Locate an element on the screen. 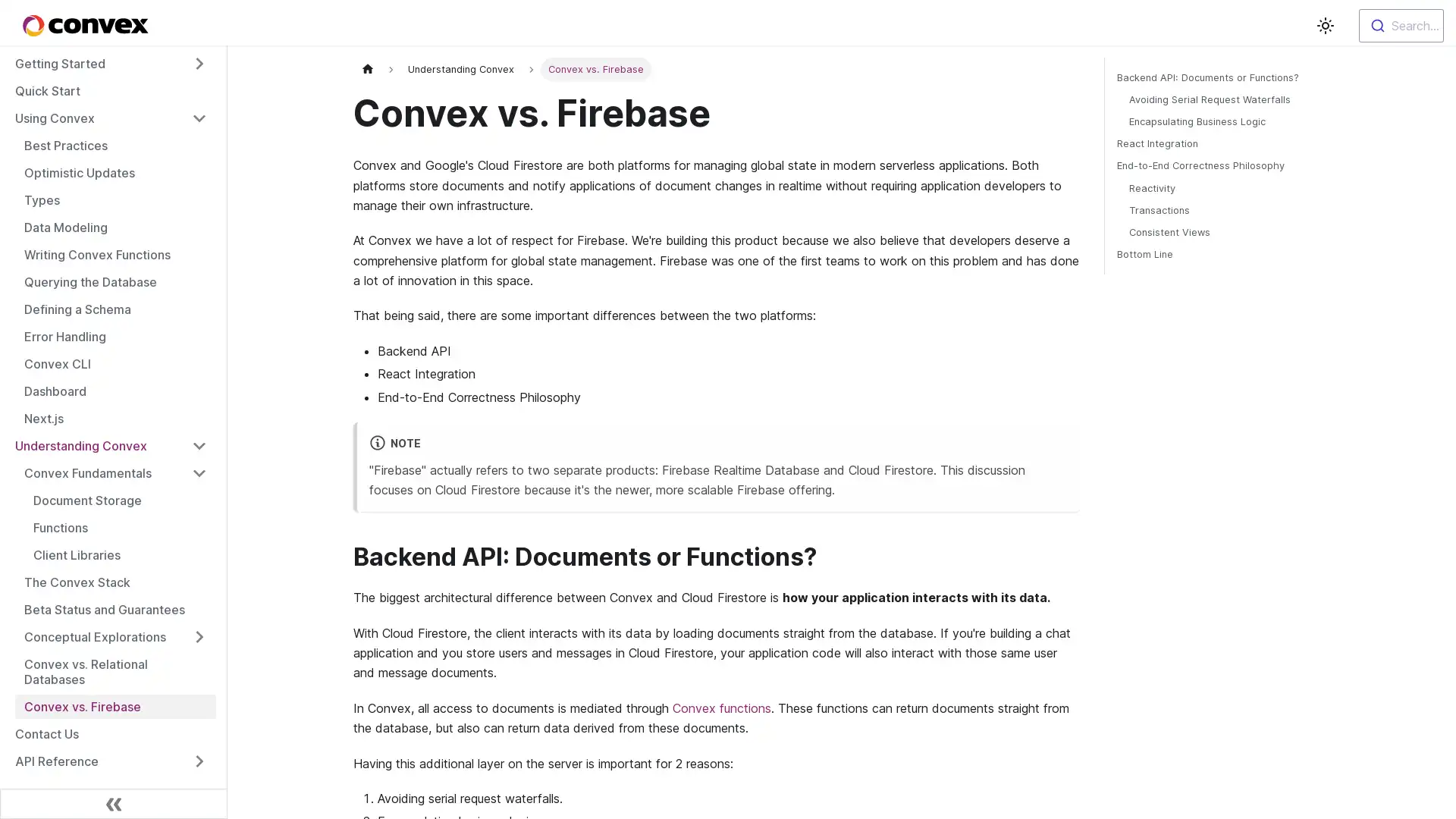 Image resolution: width=1456 pixels, height=819 pixels. Toggle the collapsible sidebar category 'API Reference' is located at coordinates (199, 761).